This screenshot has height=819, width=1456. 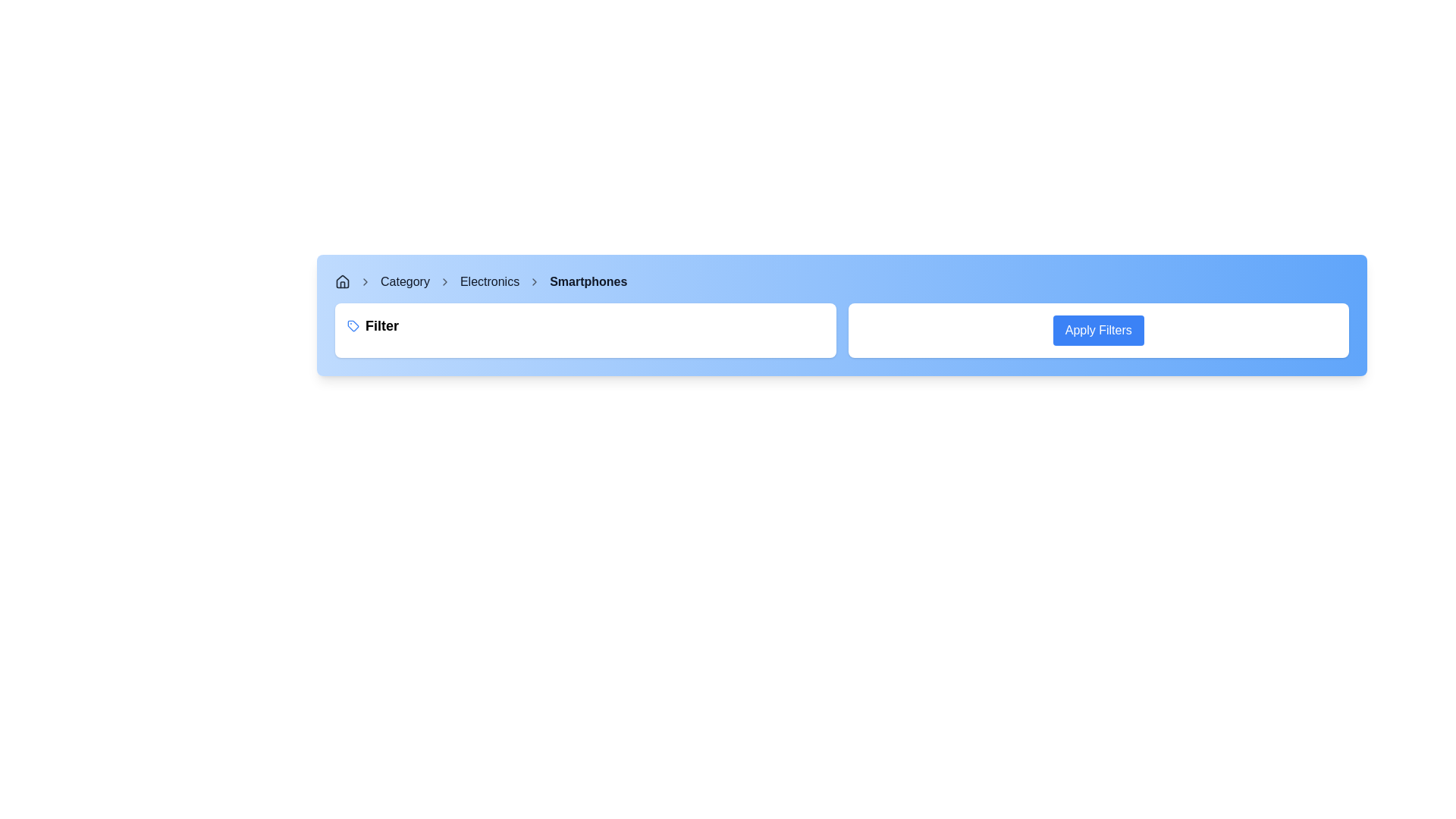 What do you see at coordinates (382, 325) in the screenshot?
I see `the 'Filter' label, which is styled with bold and slightly enlarged font and is located to the right of a small blue-colored tag icon` at bounding box center [382, 325].